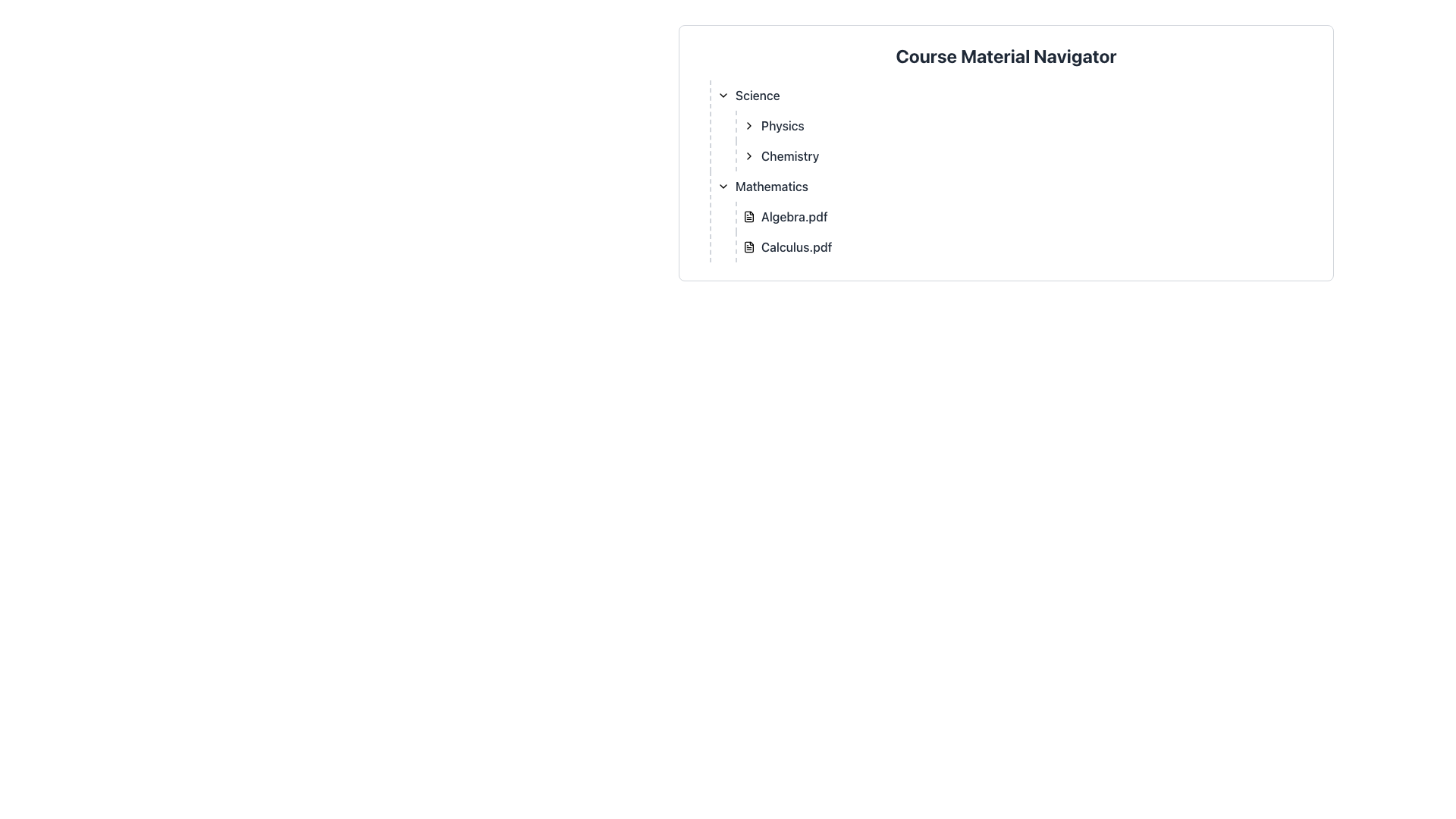 This screenshot has height=819, width=1456. I want to click on the document icon next to the 'Algebra.pdf' label in the 'Mathematics' section of the 'Course Material Navigator', so click(749, 216).